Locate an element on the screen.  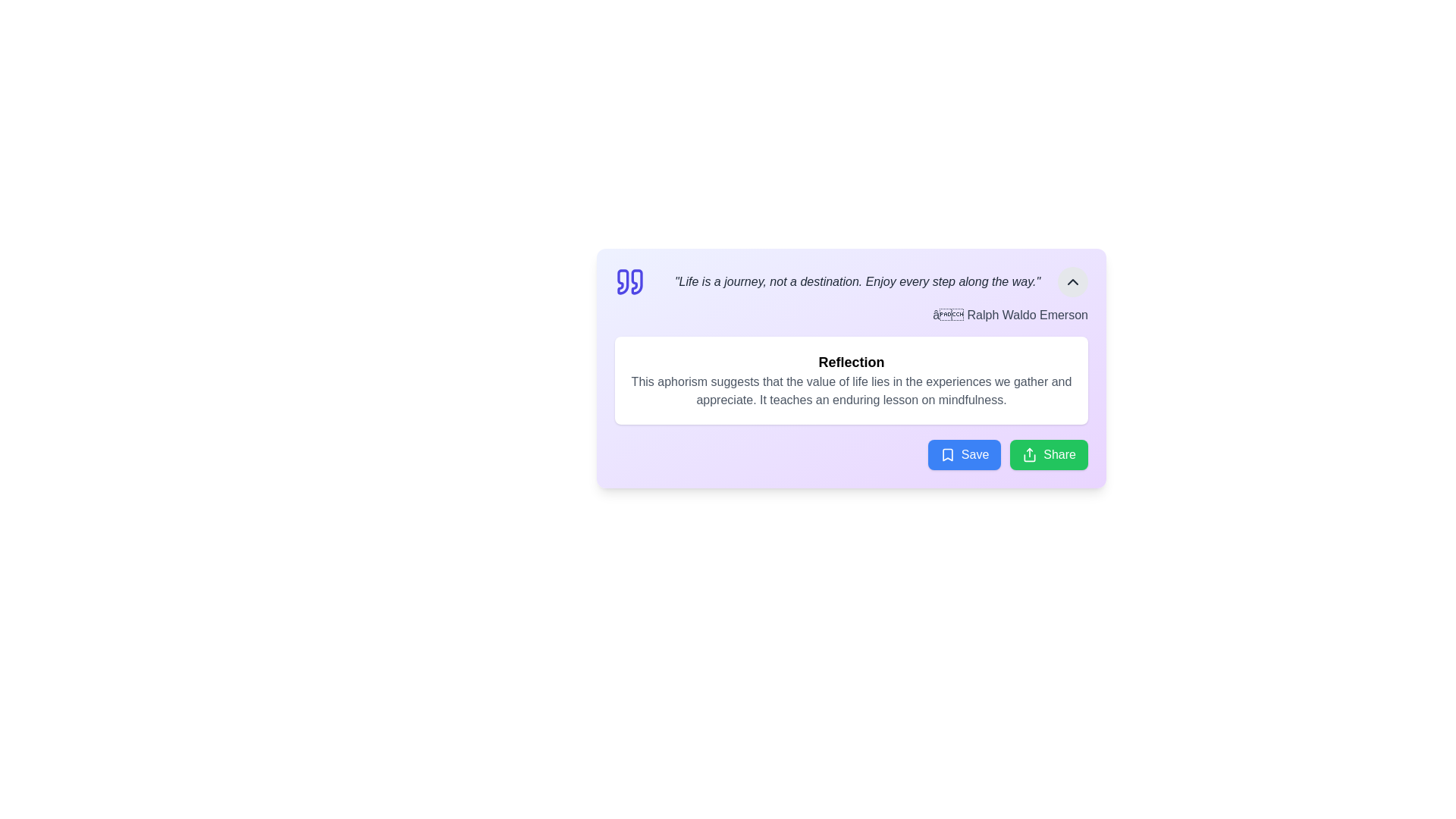
the decorative 'Save' icon located to the left of the text 'Save' within the blue button at the bottom center of the widget is located at coordinates (946, 454).